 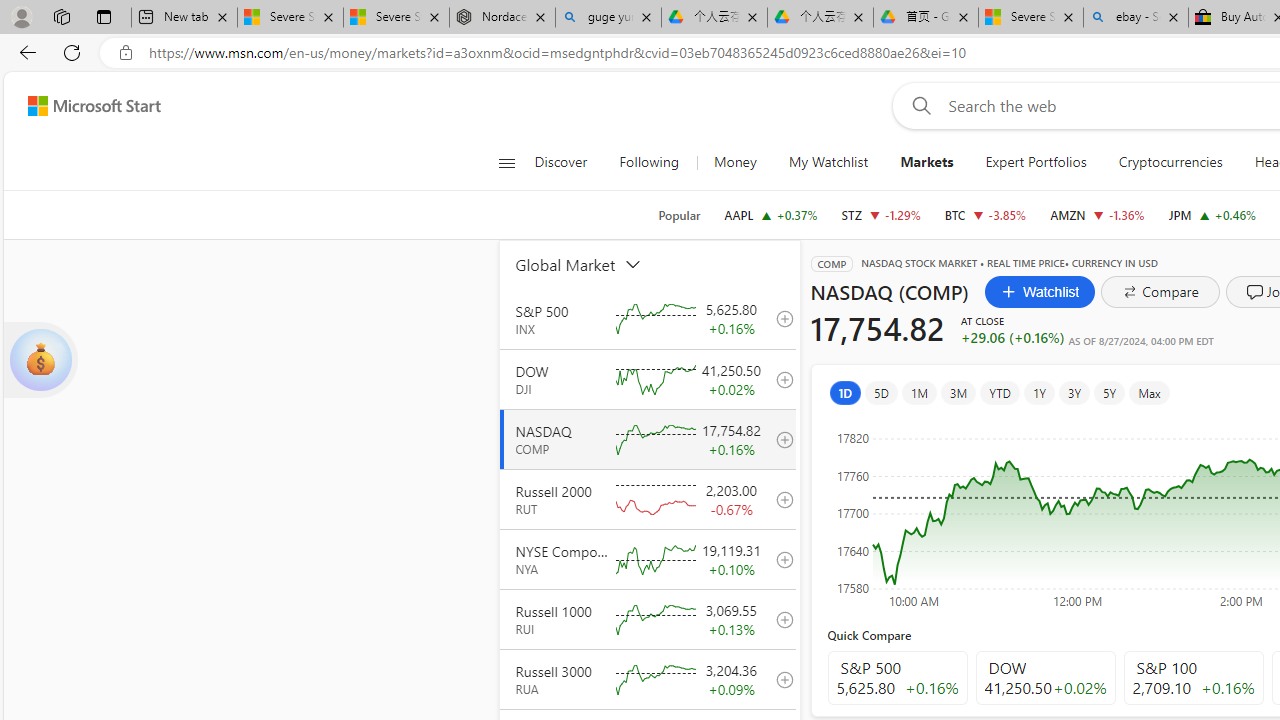 What do you see at coordinates (828, 162) in the screenshot?
I see `'My Watchlist'` at bounding box center [828, 162].